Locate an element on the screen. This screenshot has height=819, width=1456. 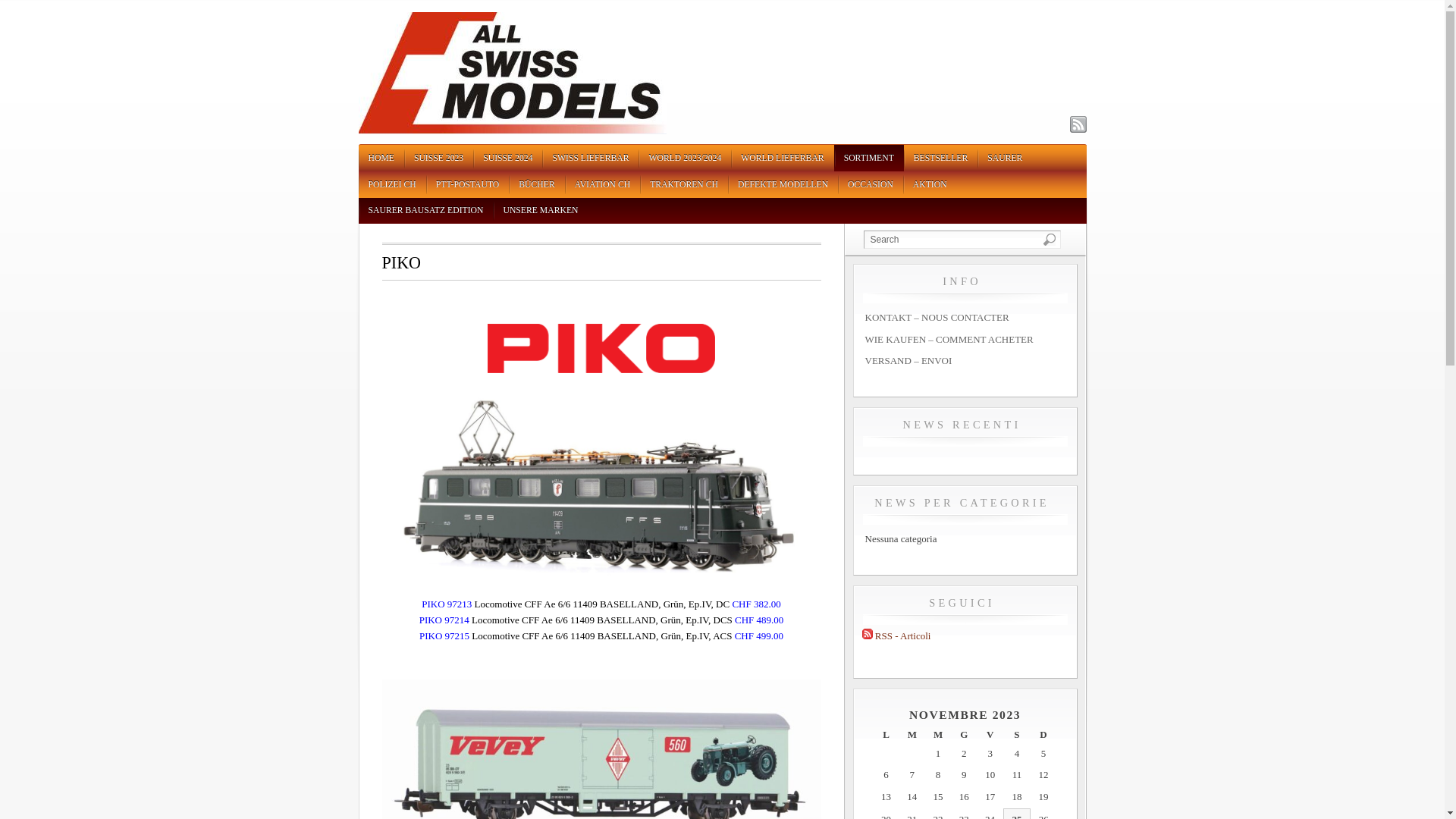
'WORLD 2023/2024' is located at coordinates (683, 158).